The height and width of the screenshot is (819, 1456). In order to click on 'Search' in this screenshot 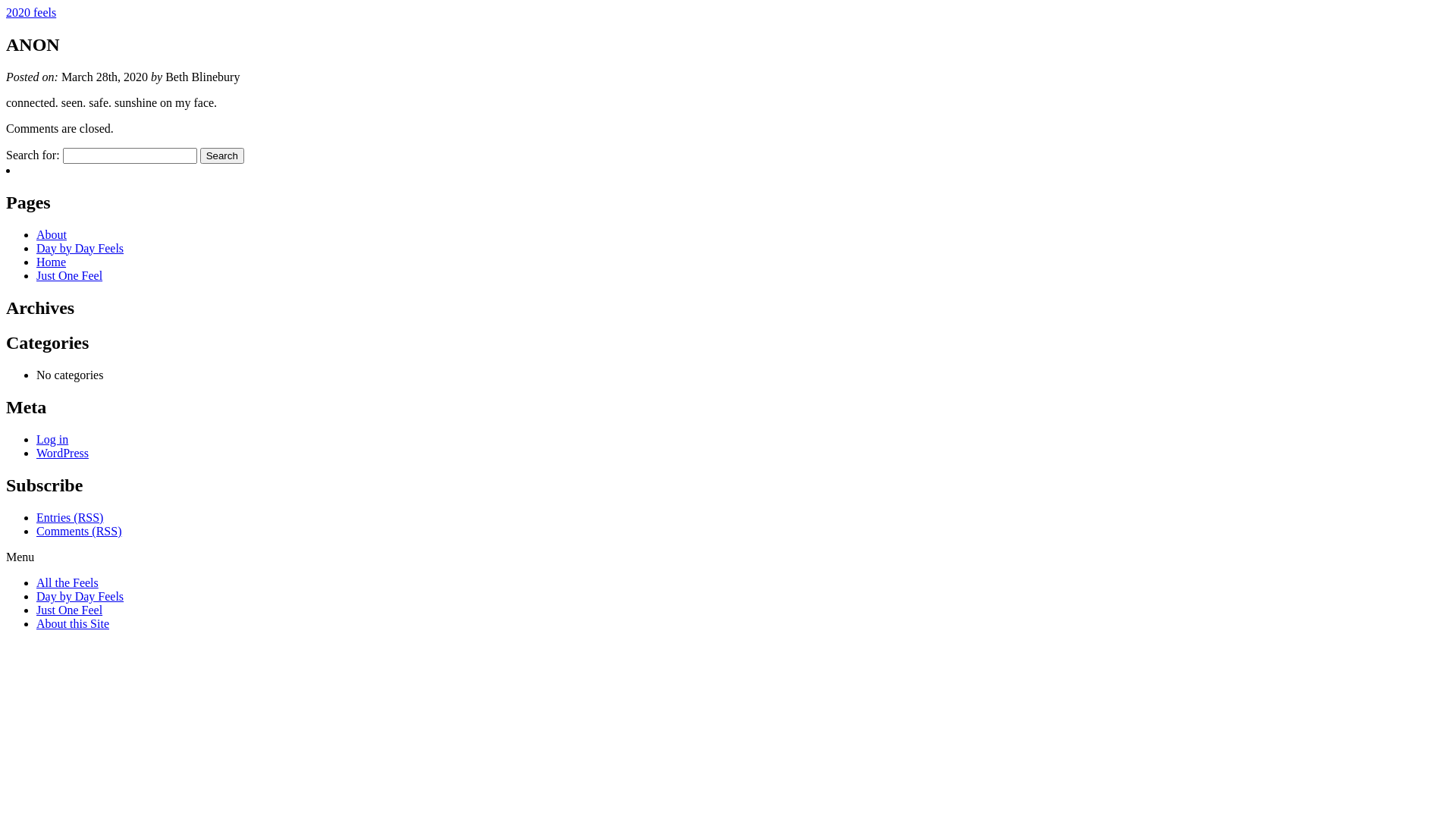, I will do `click(221, 155)`.